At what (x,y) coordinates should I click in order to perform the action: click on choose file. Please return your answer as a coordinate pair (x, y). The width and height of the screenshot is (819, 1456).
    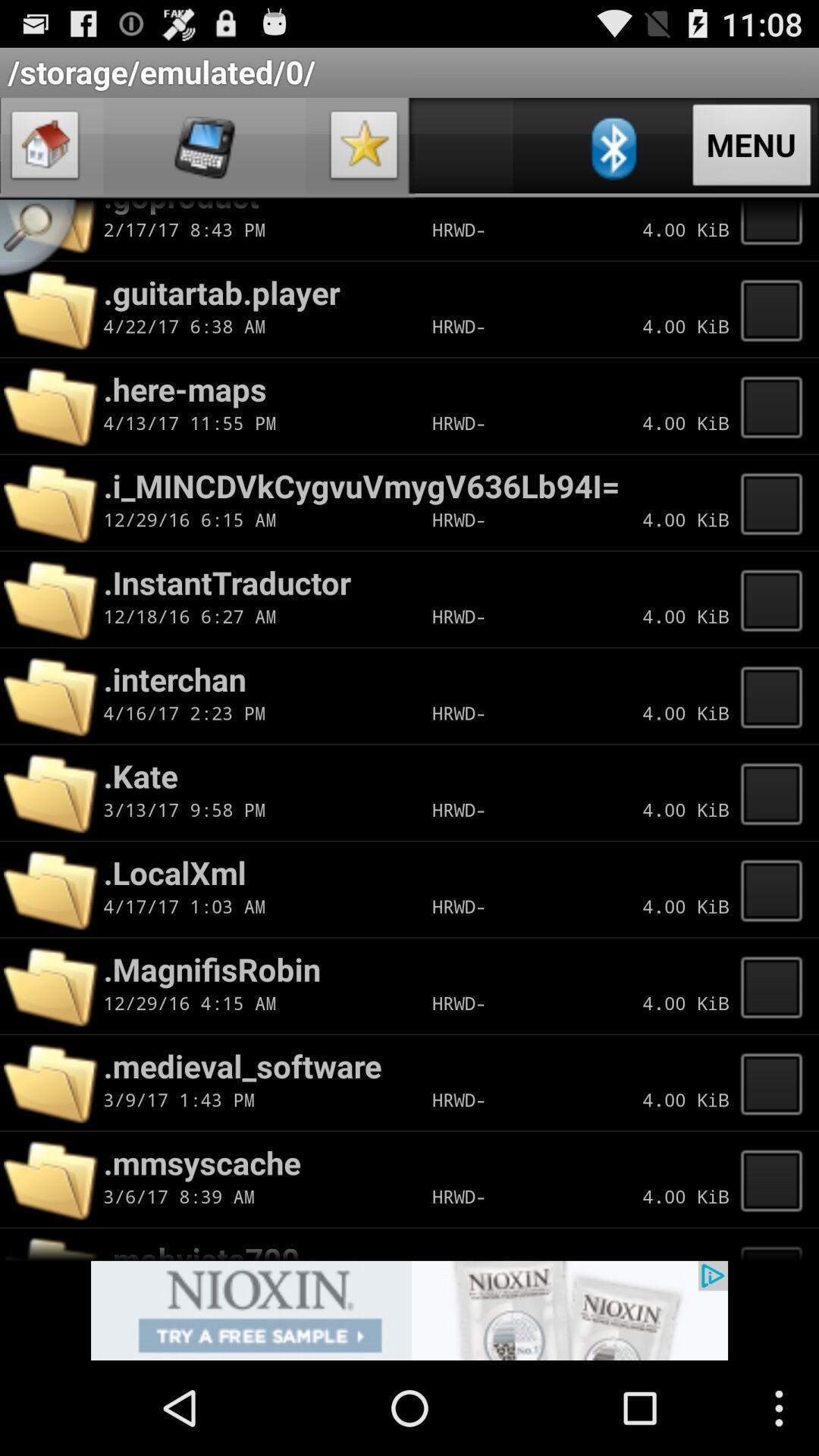
    Looking at the image, I should click on (776, 986).